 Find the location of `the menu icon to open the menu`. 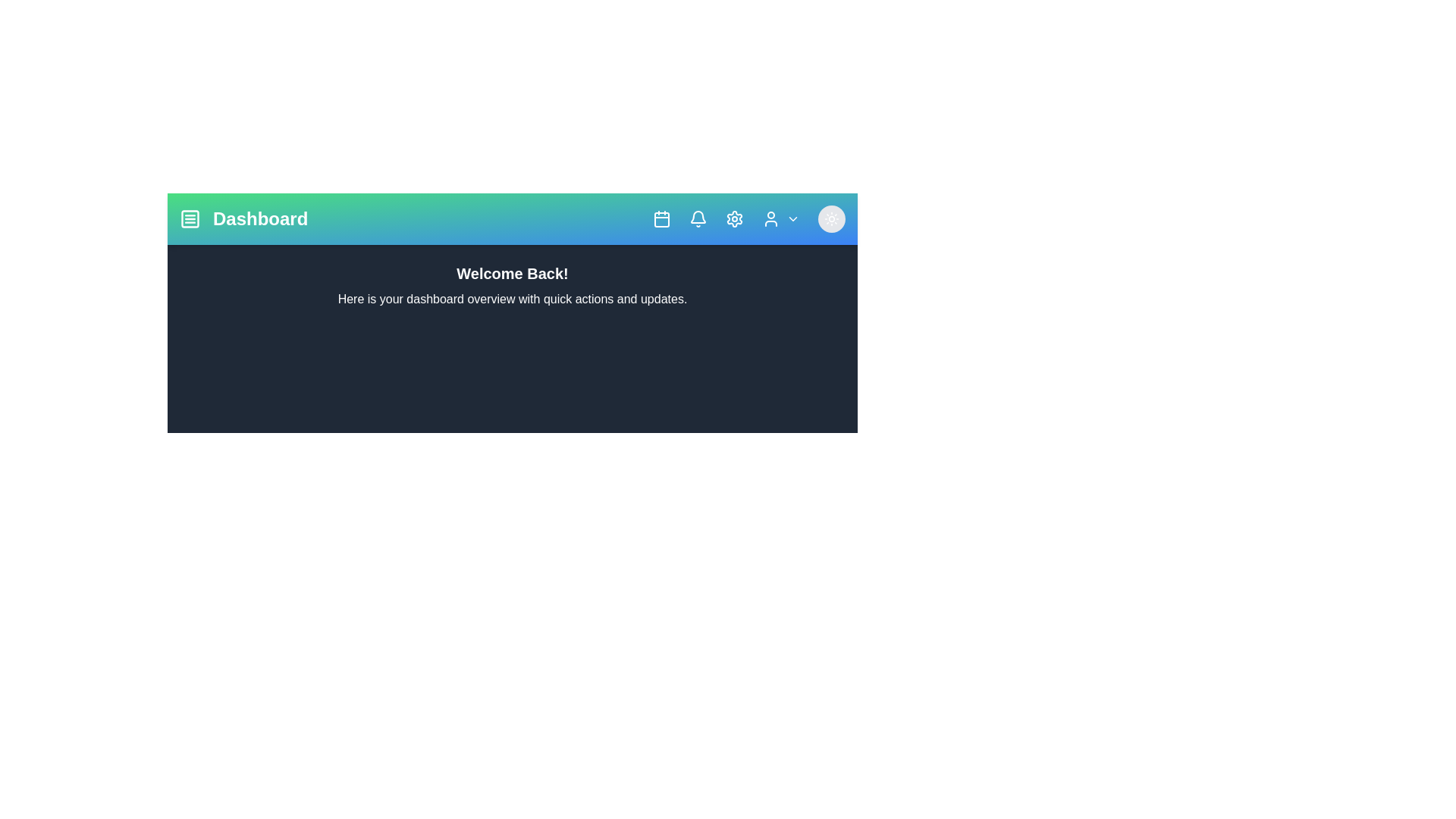

the menu icon to open the menu is located at coordinates (189, 219).